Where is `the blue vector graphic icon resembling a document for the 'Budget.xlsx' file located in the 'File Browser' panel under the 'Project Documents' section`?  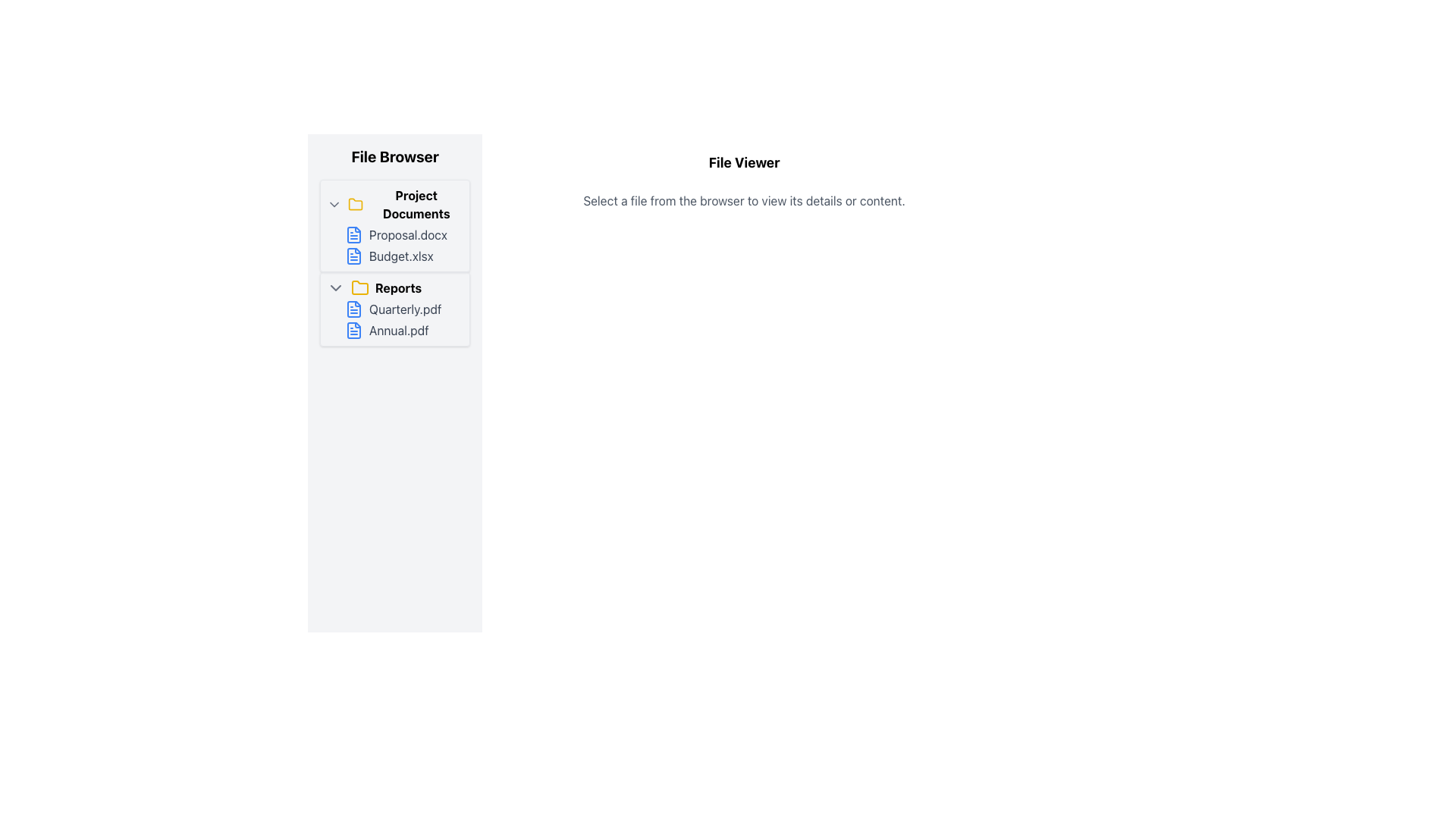 the blue vector graphic icon resembling a document for the 'Budget.xlsx' file located in the 'File Browser' panel under the 'Project Documents' section is located at coordinates (353, 256).